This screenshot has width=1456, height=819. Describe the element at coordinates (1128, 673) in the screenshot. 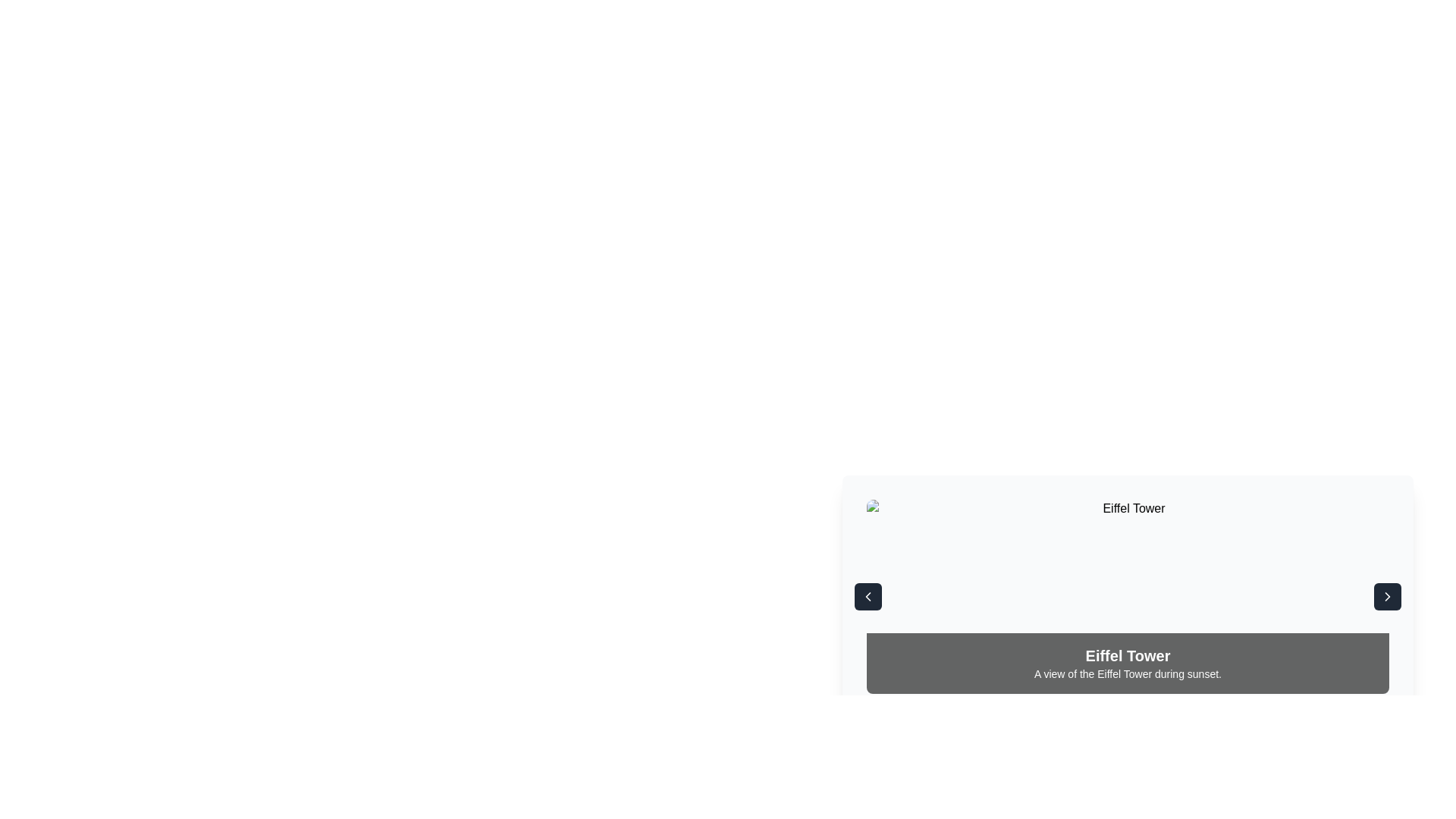

I see `text label displaying 'A view of the Eiffel Tower during sunset.', which is located below the title 'Eiffel Tower' in a black semi-transparent rectangle` at that location.